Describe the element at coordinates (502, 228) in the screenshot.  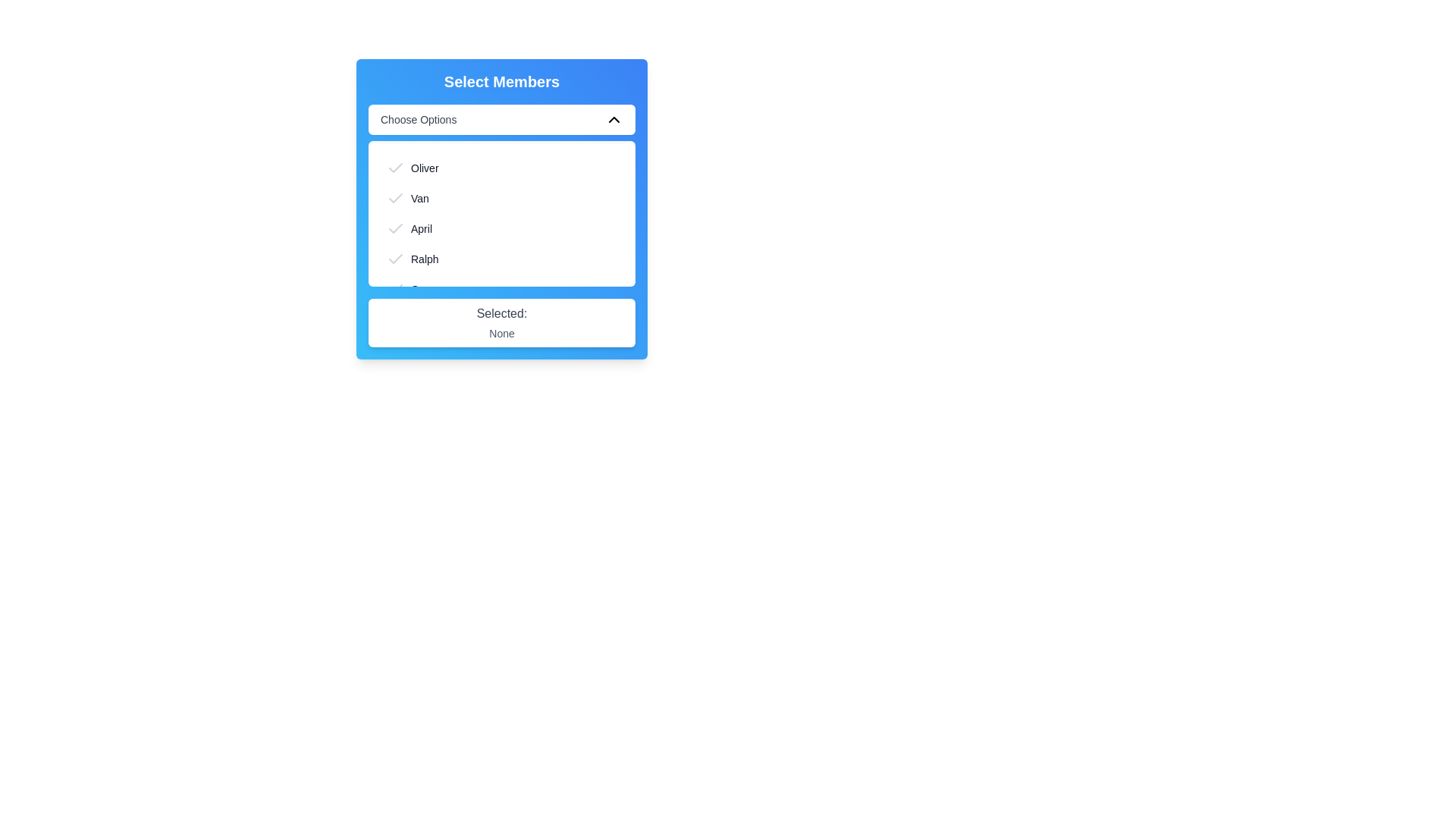
I see `to select the 'April' option in the dropdown menu titled 'Select Members', which is the third item in the list` at that location.